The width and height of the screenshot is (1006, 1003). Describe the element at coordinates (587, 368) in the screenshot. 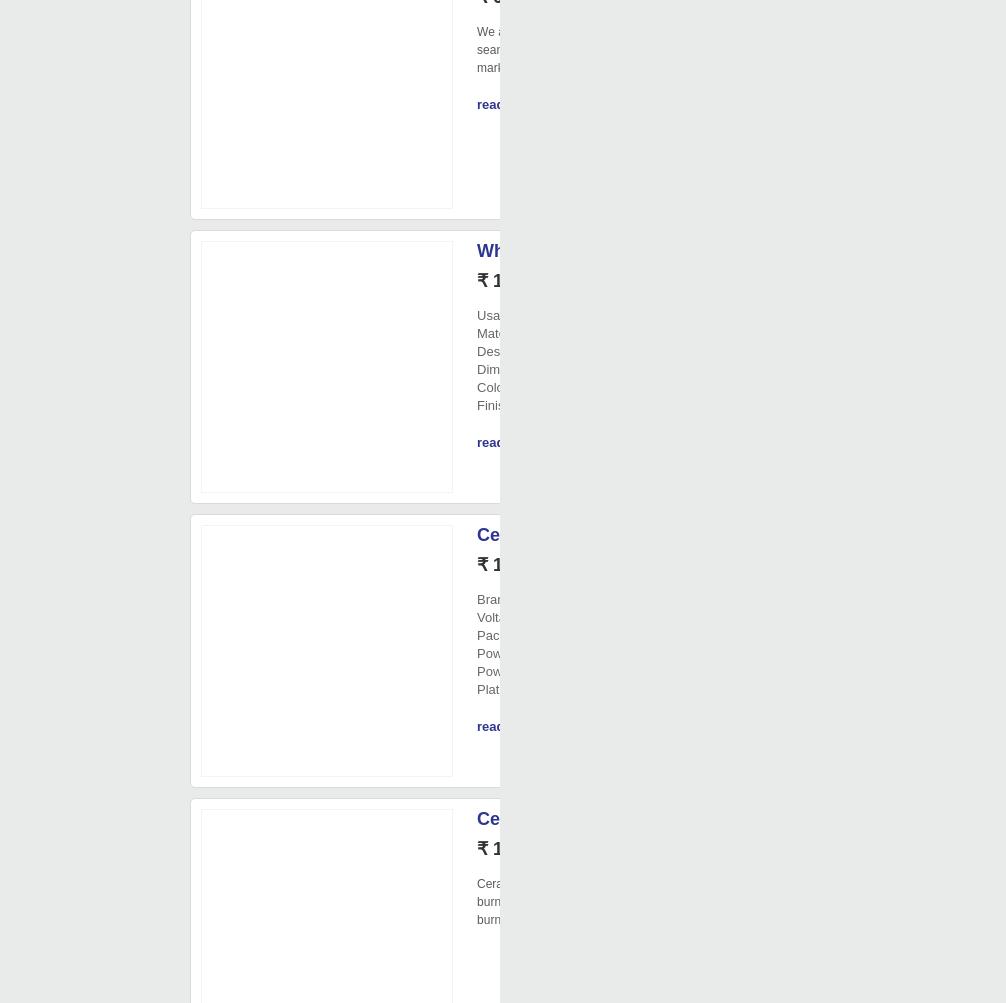

I see `':  2.5x5 inch(LxH)'` at that location.